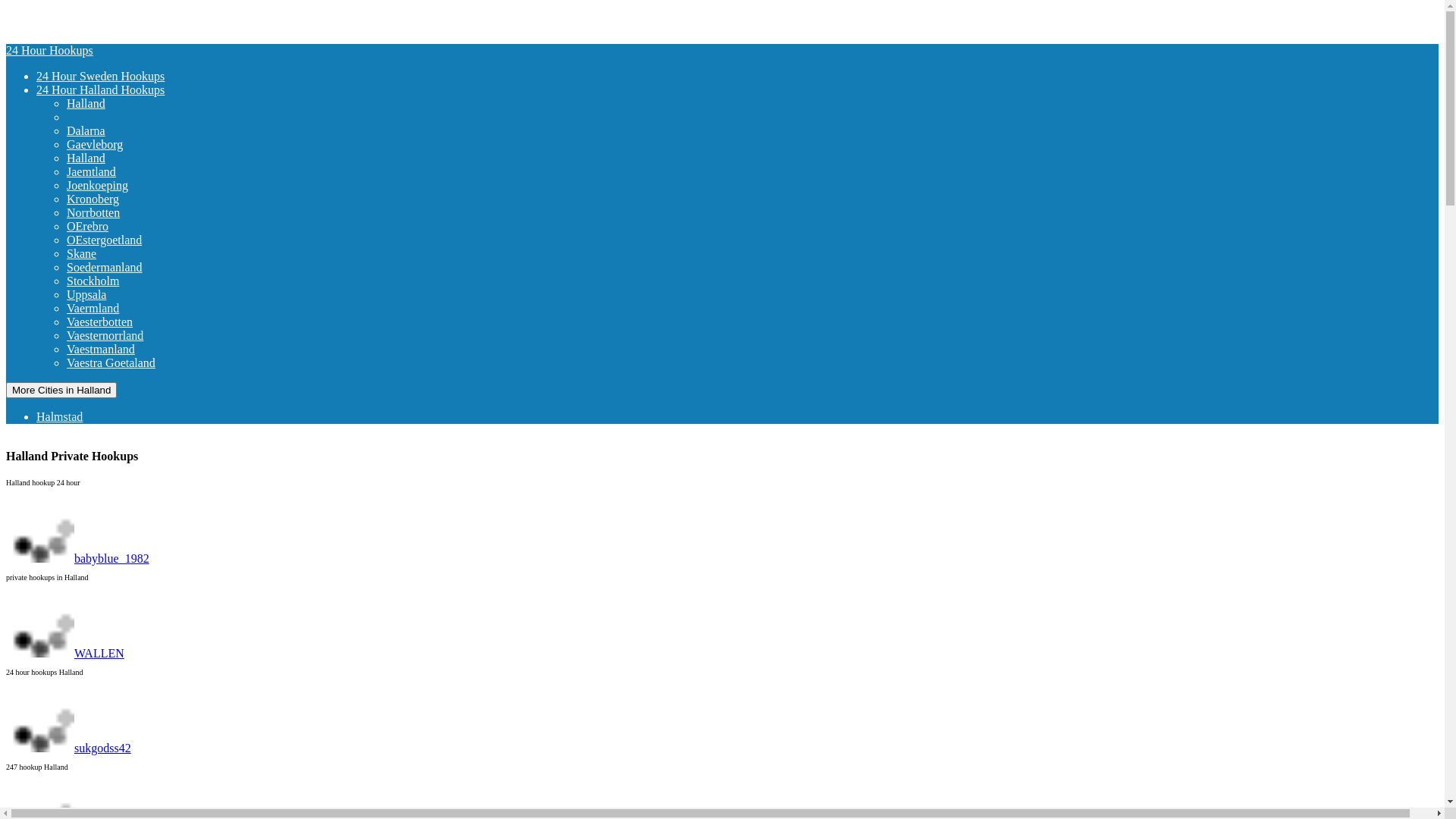 The image size is (1456, 819). I want to click on 'Vaesternorrland', so click(131, 334).